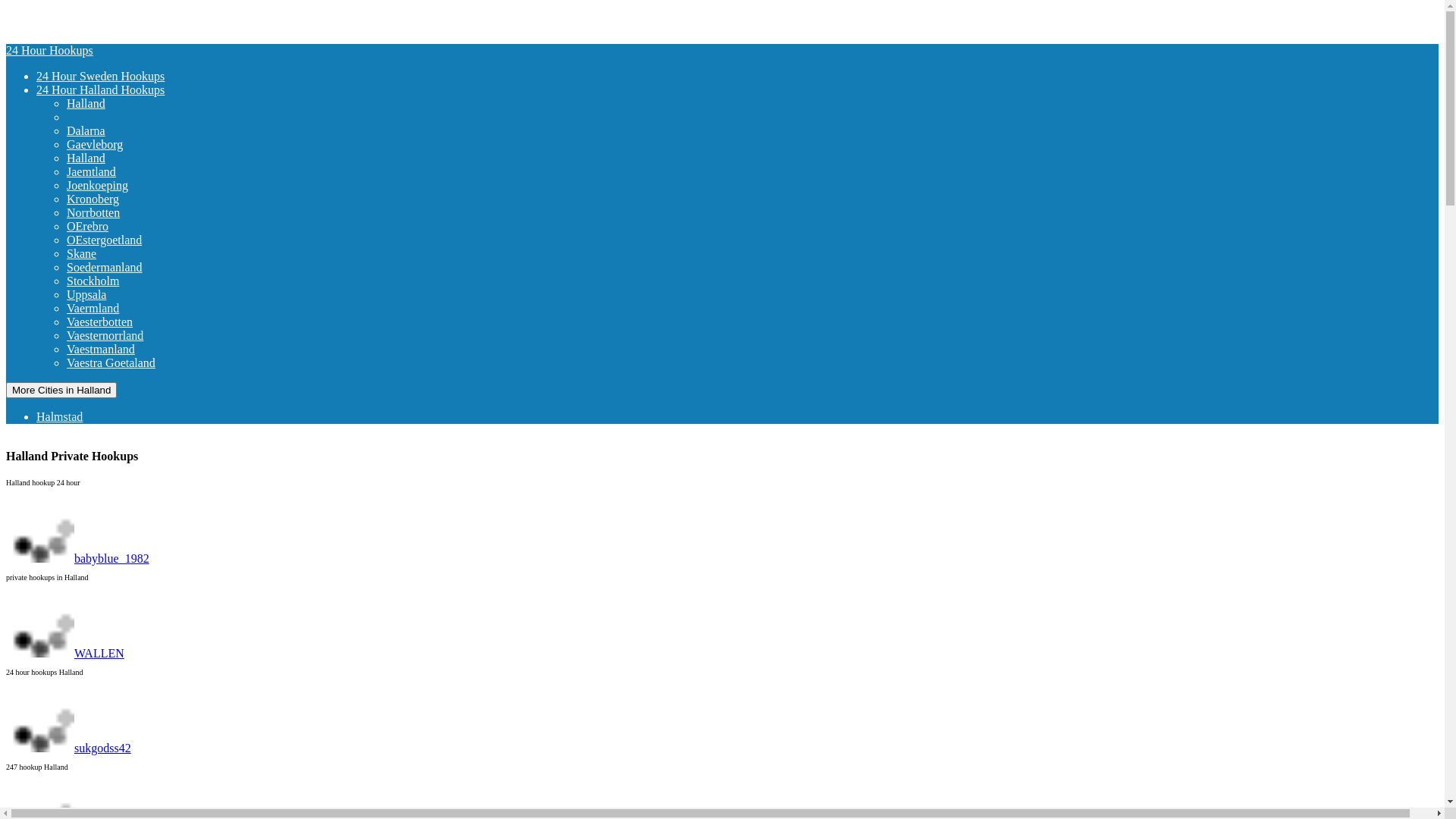 The image size is (1456, 819). I want to click on 'Vaesternorrland', so click(131, 334).